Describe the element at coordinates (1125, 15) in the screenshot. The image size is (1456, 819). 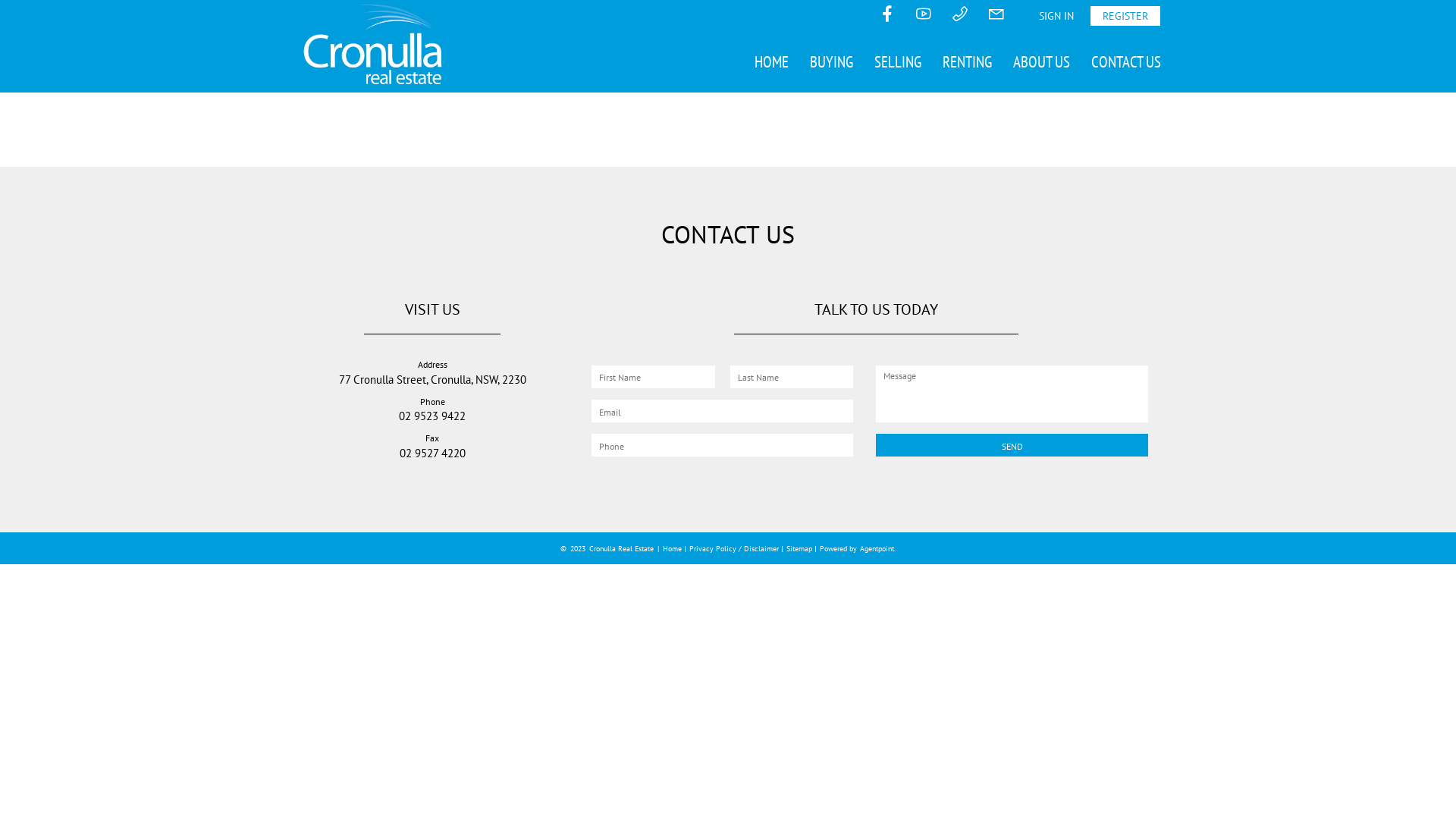
I see `'REGISTER'` at that location.